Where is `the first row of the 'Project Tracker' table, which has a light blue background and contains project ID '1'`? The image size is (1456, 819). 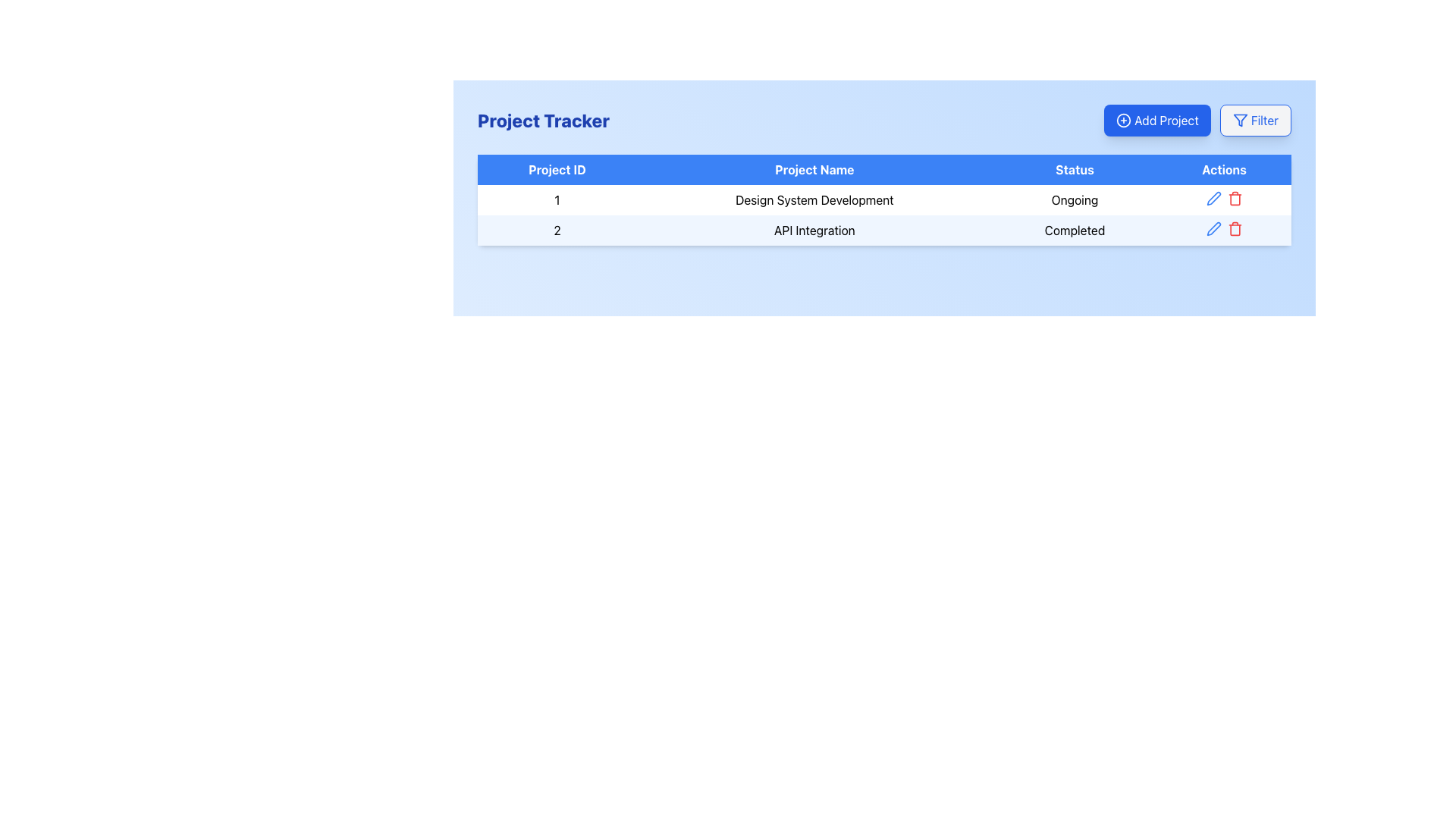 the first row of the 'Project Tracker' table, which has a light blue background and contains project ID '1' is located at coordinates (884, 199).